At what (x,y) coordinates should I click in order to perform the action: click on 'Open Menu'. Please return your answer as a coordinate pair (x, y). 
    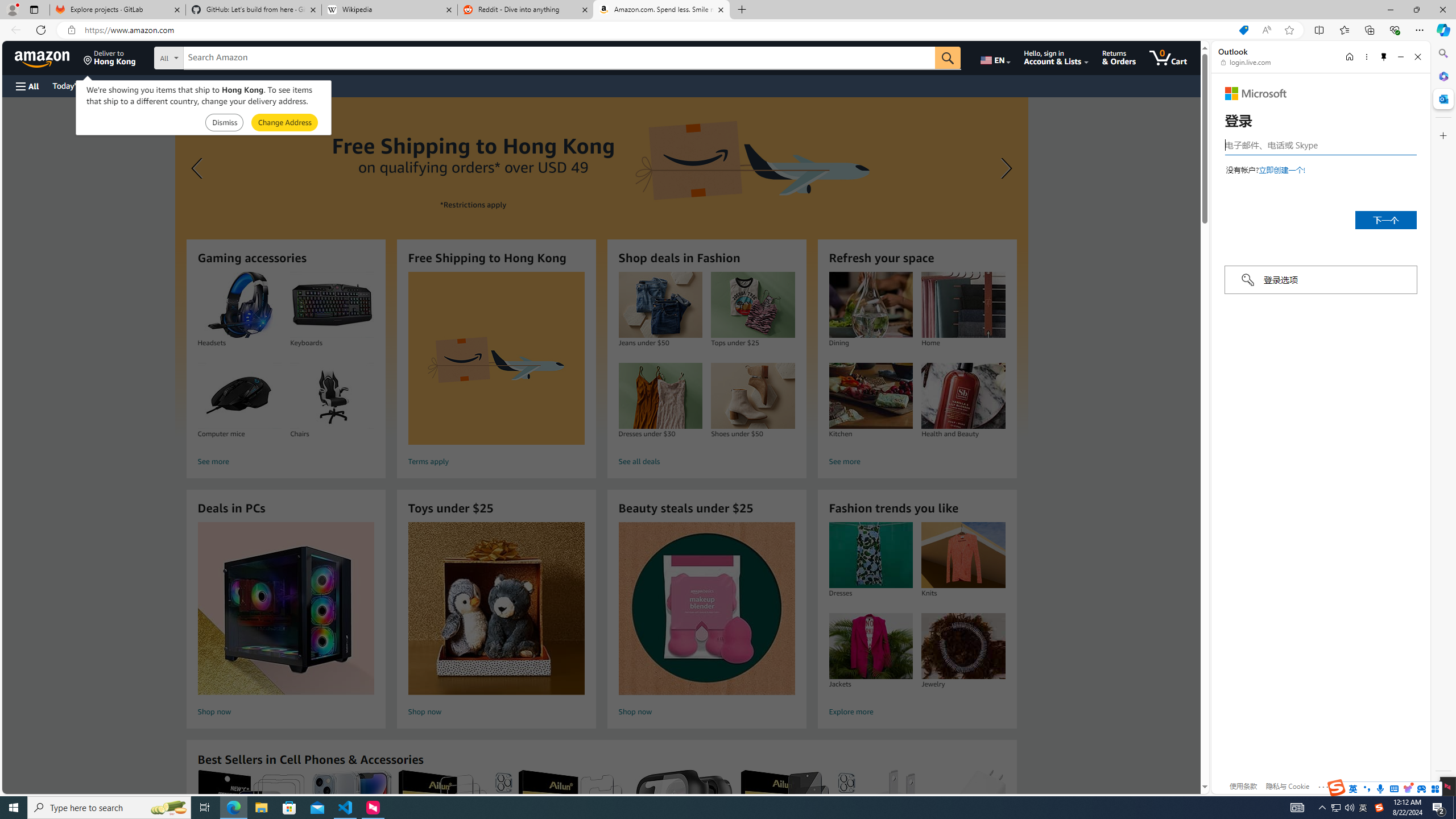
    Looking at the image, I should click on (26, 85).